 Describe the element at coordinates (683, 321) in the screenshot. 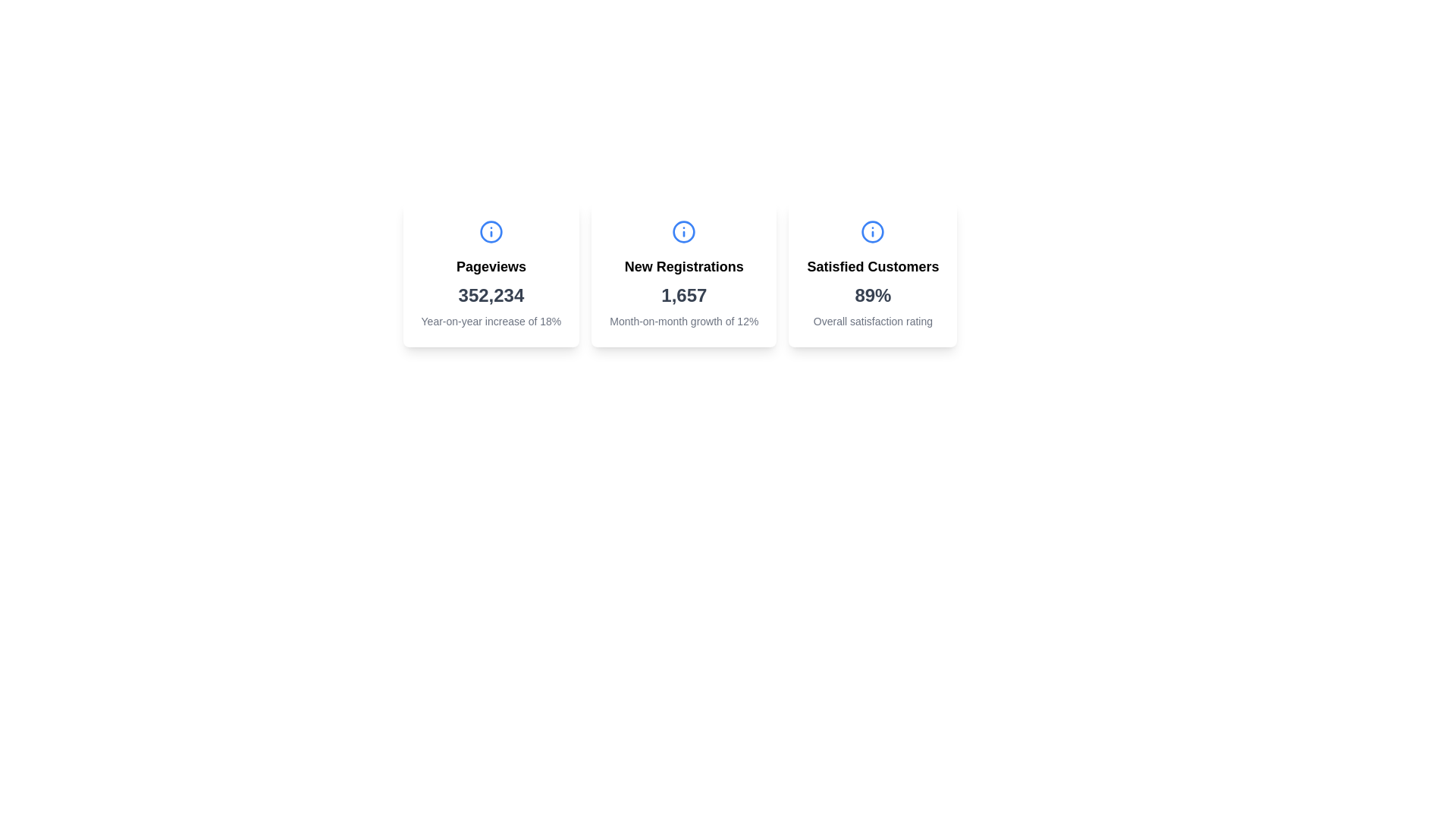

I see `percentage growth rate text label located at the bottom of the 'New Registrations' card, which is directly beneath the numerical value '1,657'` at that location.